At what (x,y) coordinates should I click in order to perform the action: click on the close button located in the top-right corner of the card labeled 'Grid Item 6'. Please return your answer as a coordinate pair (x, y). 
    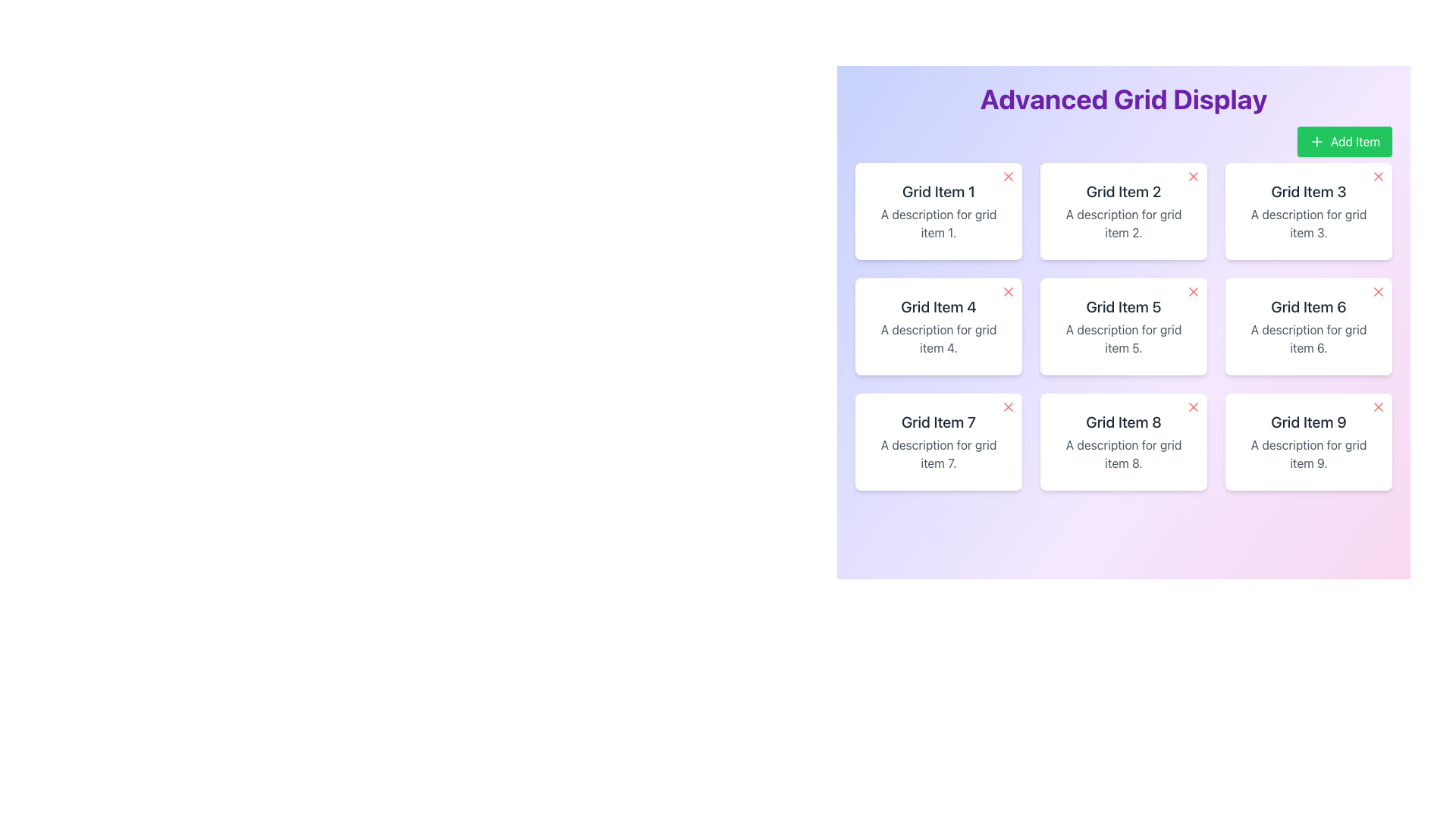
    Looking at the image, I should click on (1379, 292).